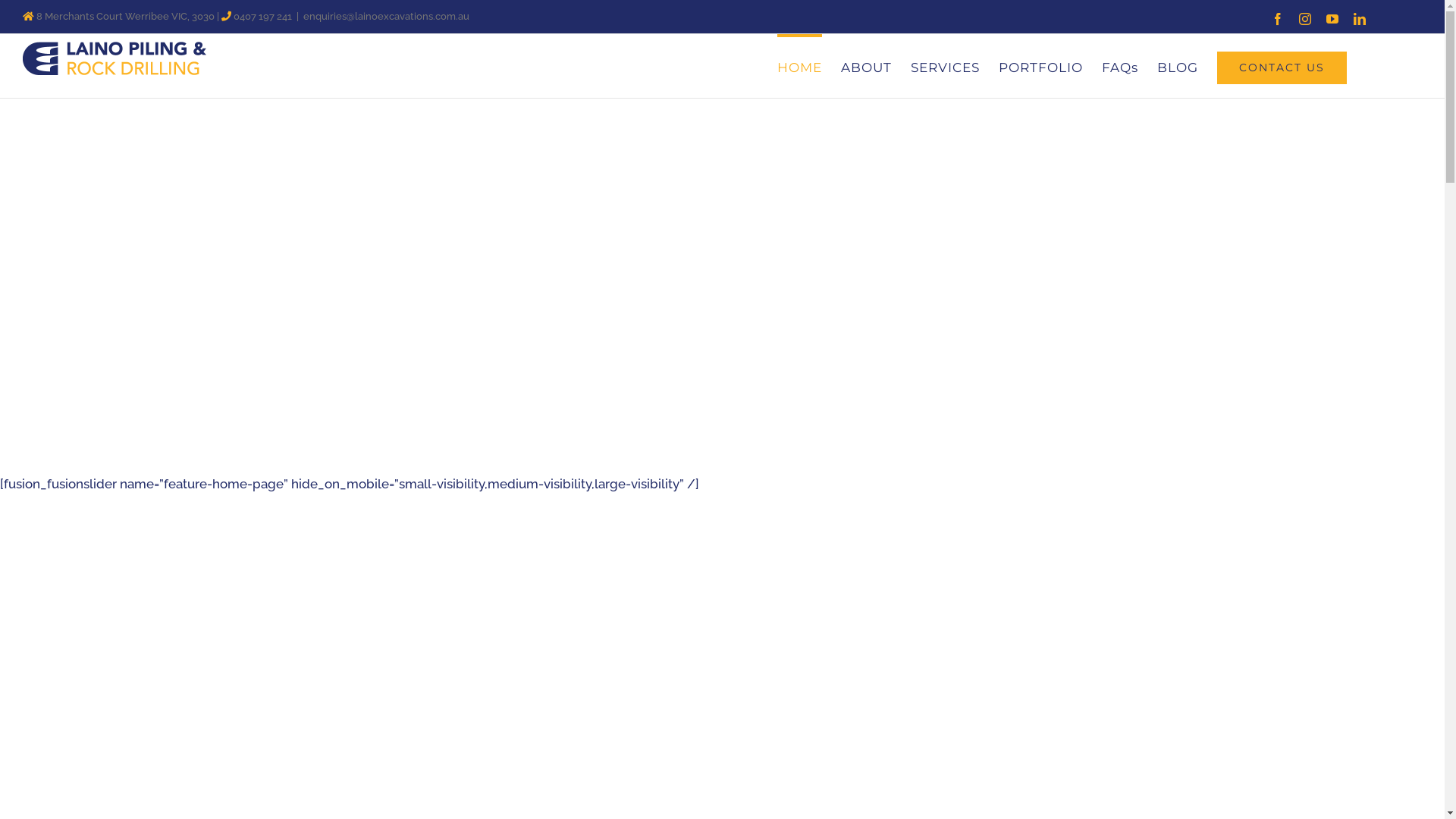 This screenshot has height=819, width=1456. What do you see at coordinates (1325, 17) in the screenshot?
I see `'YouTube'` at bounding box center [1325, 17].